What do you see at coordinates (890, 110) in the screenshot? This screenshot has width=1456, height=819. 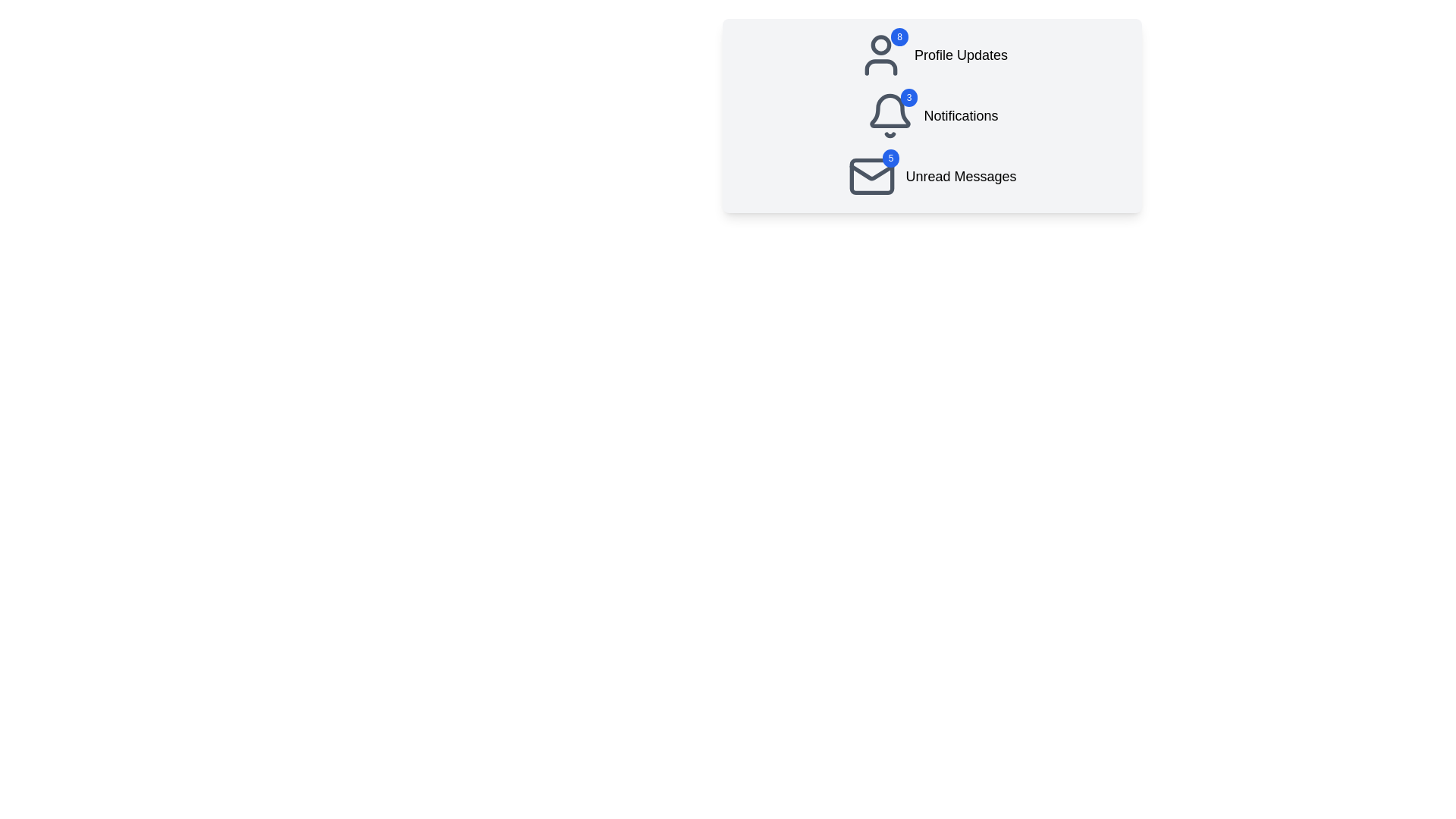 I see `the notification icon, which is a bell icon located in the middle of the horizontal notification menu, positioned directly above the 'Notifications' label` at bounding box center [890, 110].